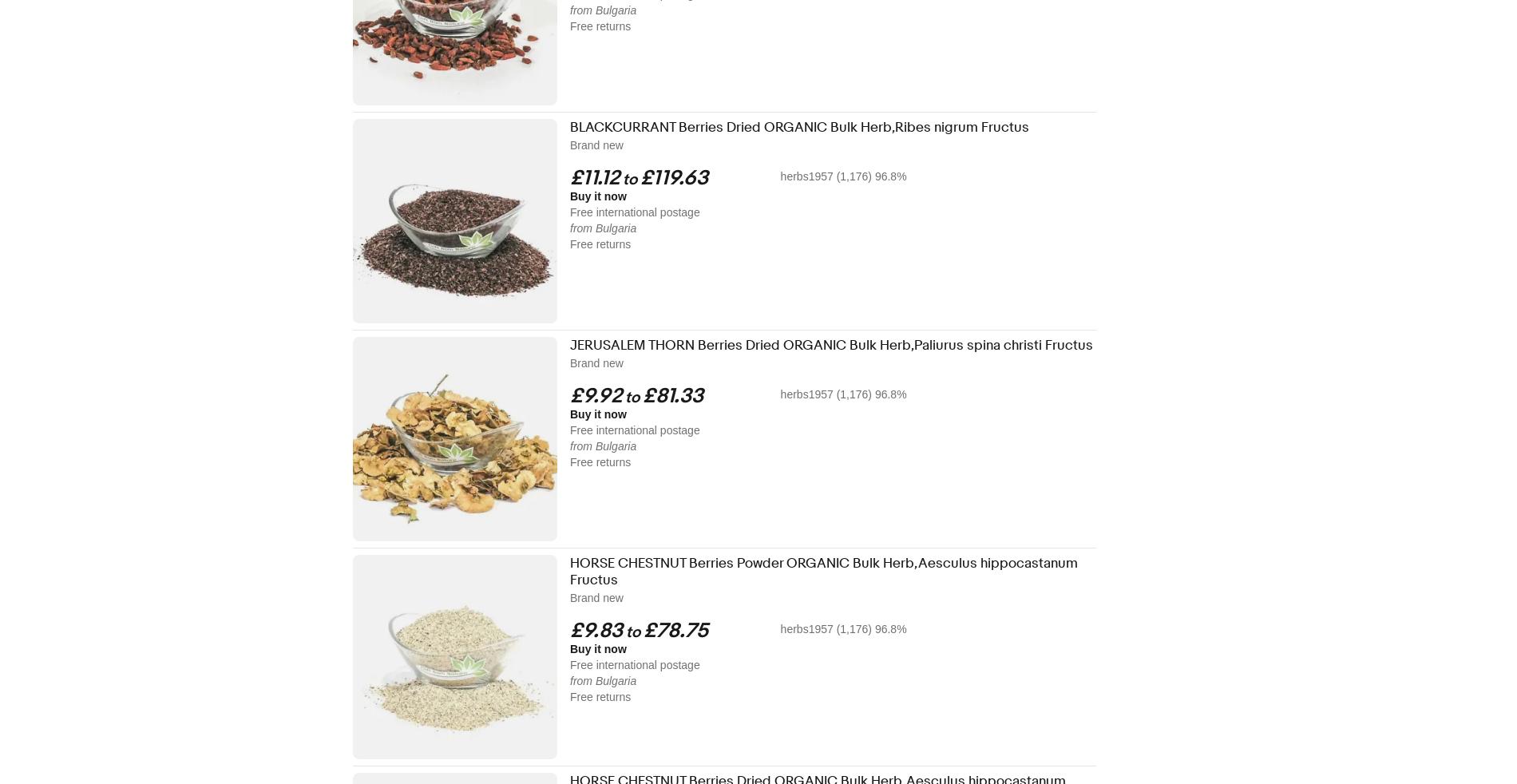 This screenshot has height=784, width=1517. Describe the element at coordinates (799, 126) in the screenshot. I see `'BLACKCURRANT Berries Dried ORGANIC Bulk Herb,Ribes nigrum Fructus'` at that location.